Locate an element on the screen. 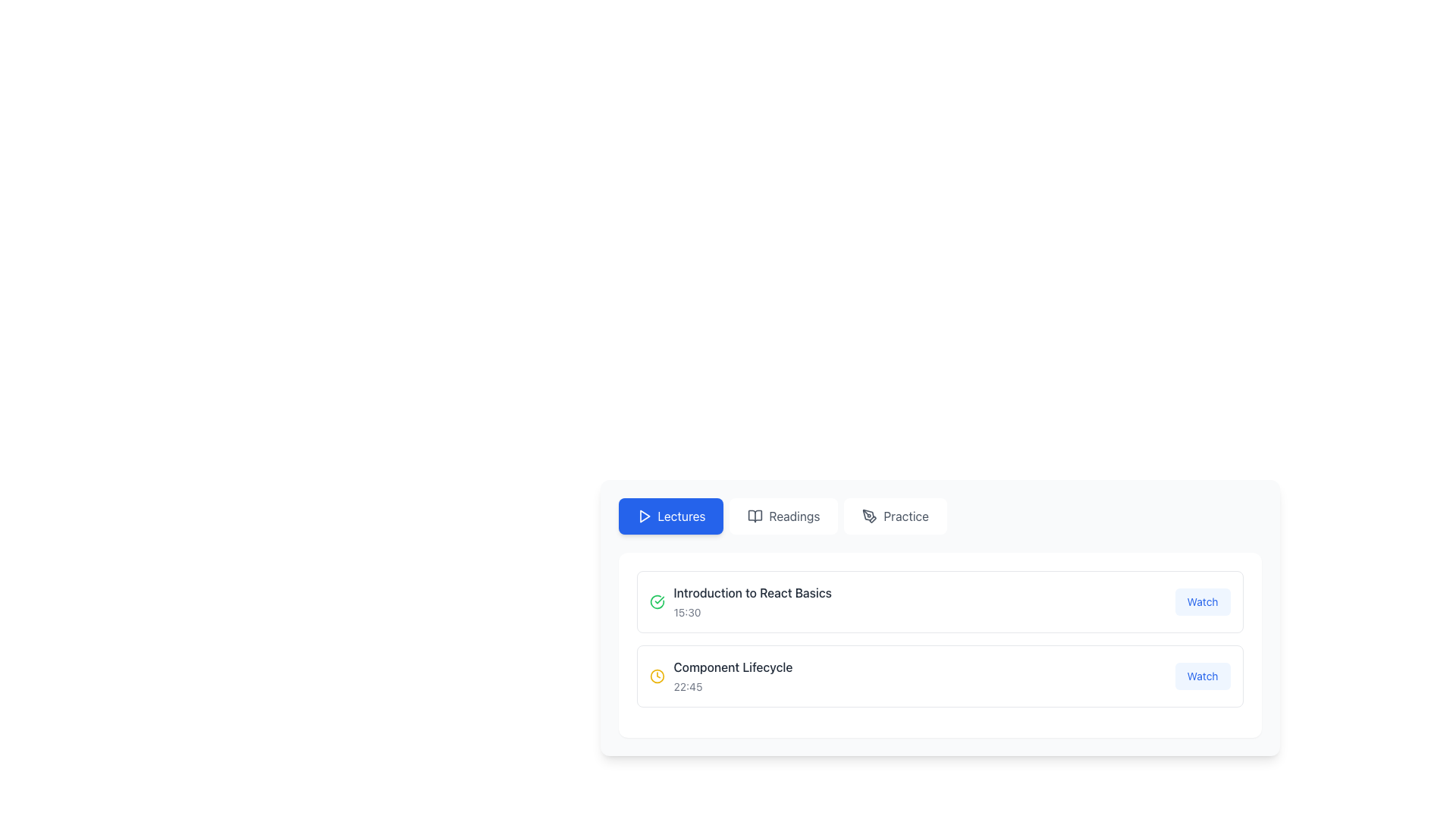 This screenshot has width=1456, height=819. the 'Practice' button, which has a white background and gray text with a pen tool icon, located in the top center of its section is located at coordinates (896, 516).